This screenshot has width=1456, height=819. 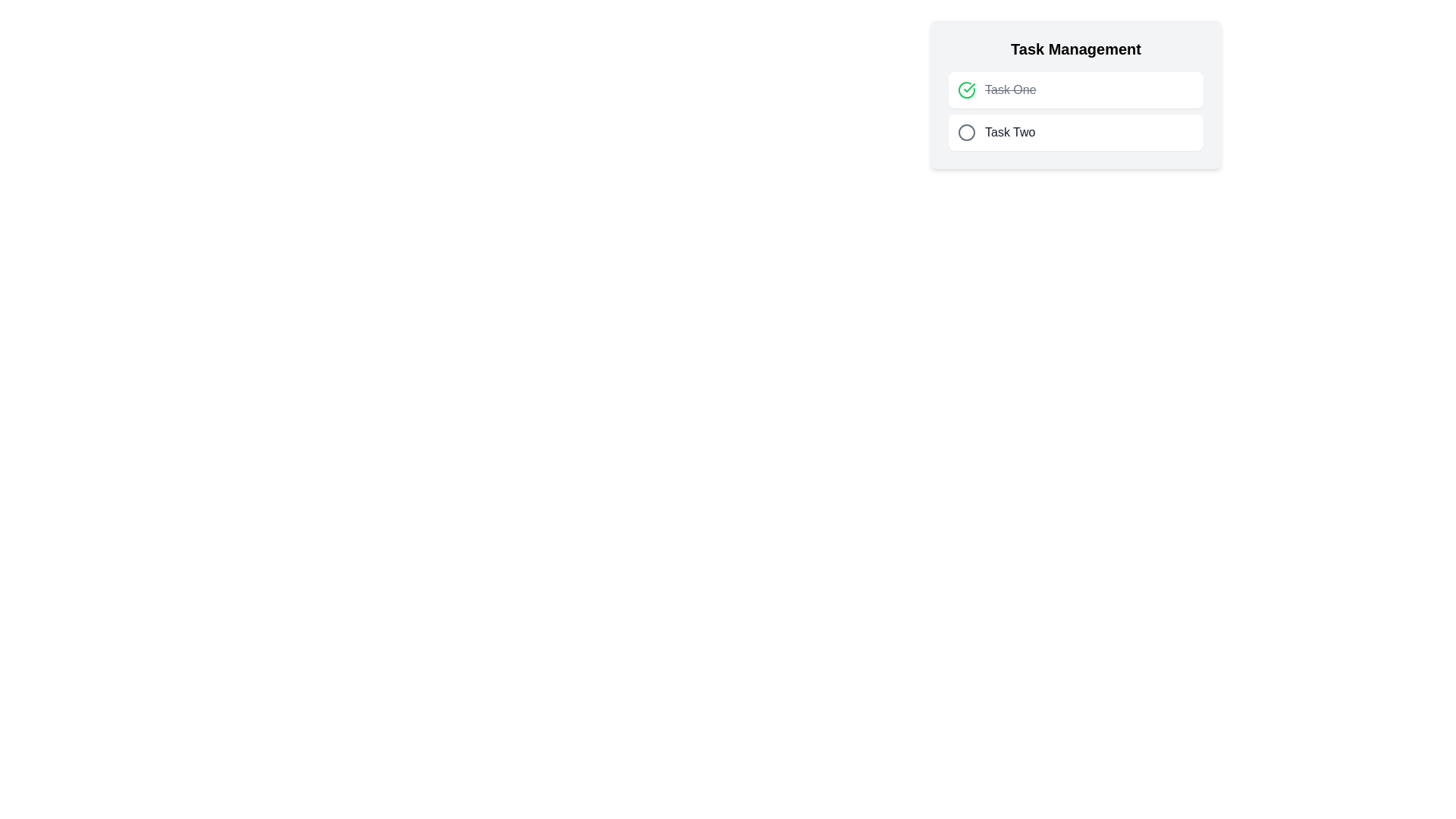 What do you see at coordinates (966, 131) in the screenshot?
I see `the Icon Button that serves as a status indicator or action trigger for 'Task Two'` at bounding box center [966, 131].